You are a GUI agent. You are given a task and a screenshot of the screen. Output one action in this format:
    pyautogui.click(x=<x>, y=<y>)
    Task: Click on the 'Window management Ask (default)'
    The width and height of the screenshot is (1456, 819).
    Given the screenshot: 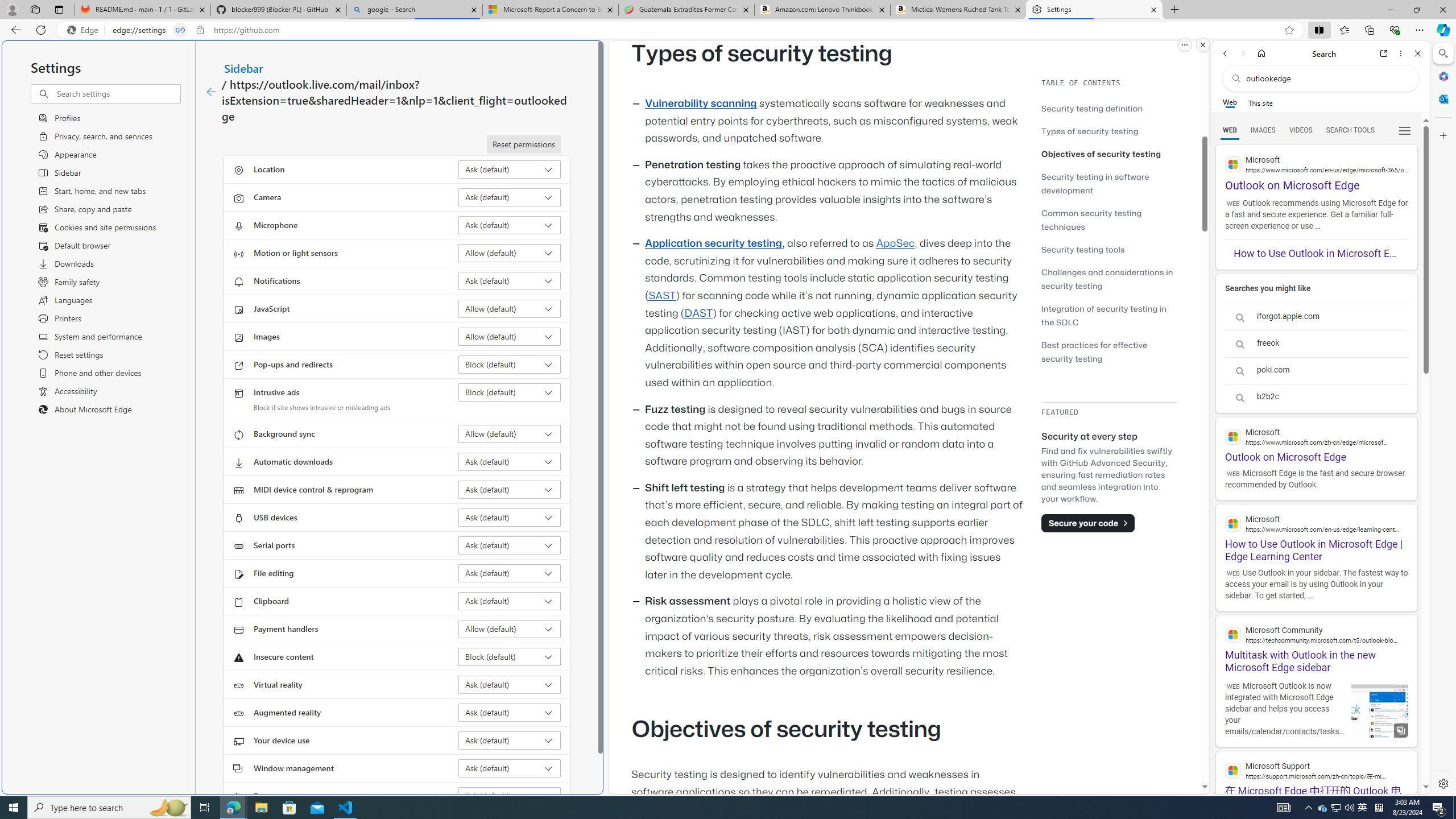 What is the action you would take?
    pyautogui.click(x=510, y=767)
    